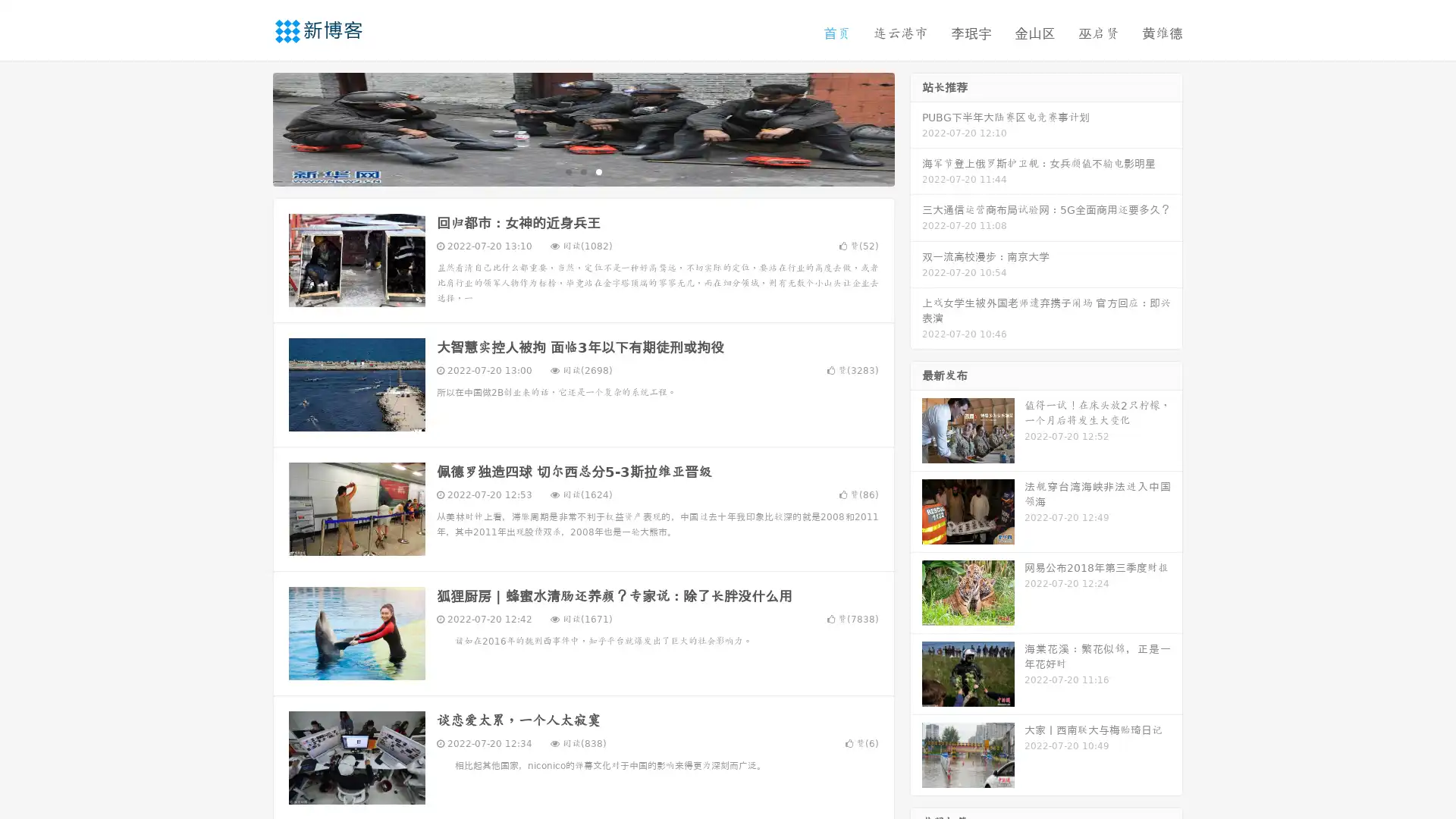  Describe the element at coordinates (582, 171) in the screenshot. I see `Go to slide 2` at that location.